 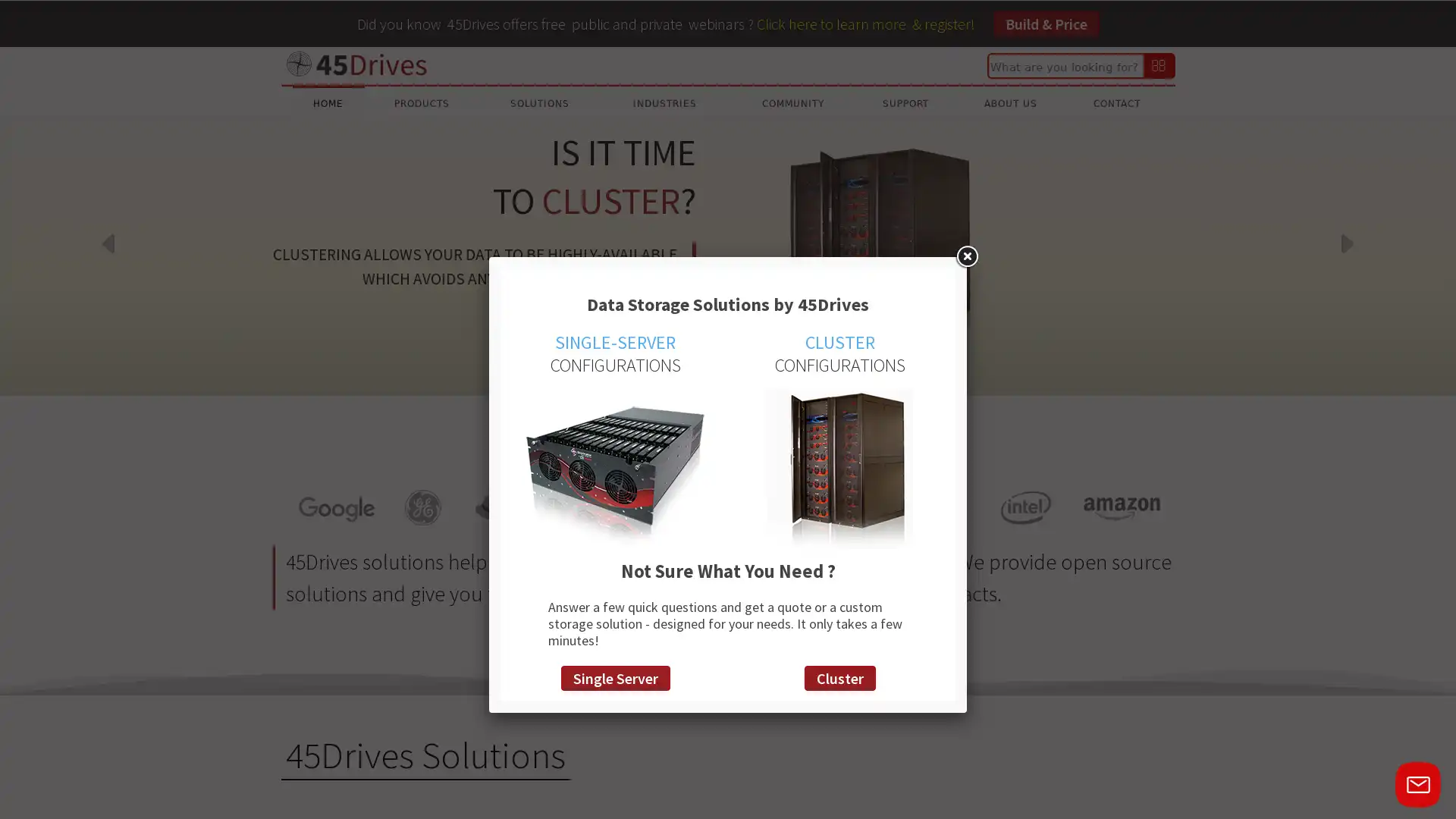 I want to click on 45Drives Solutions, so click(x=425, y=755).